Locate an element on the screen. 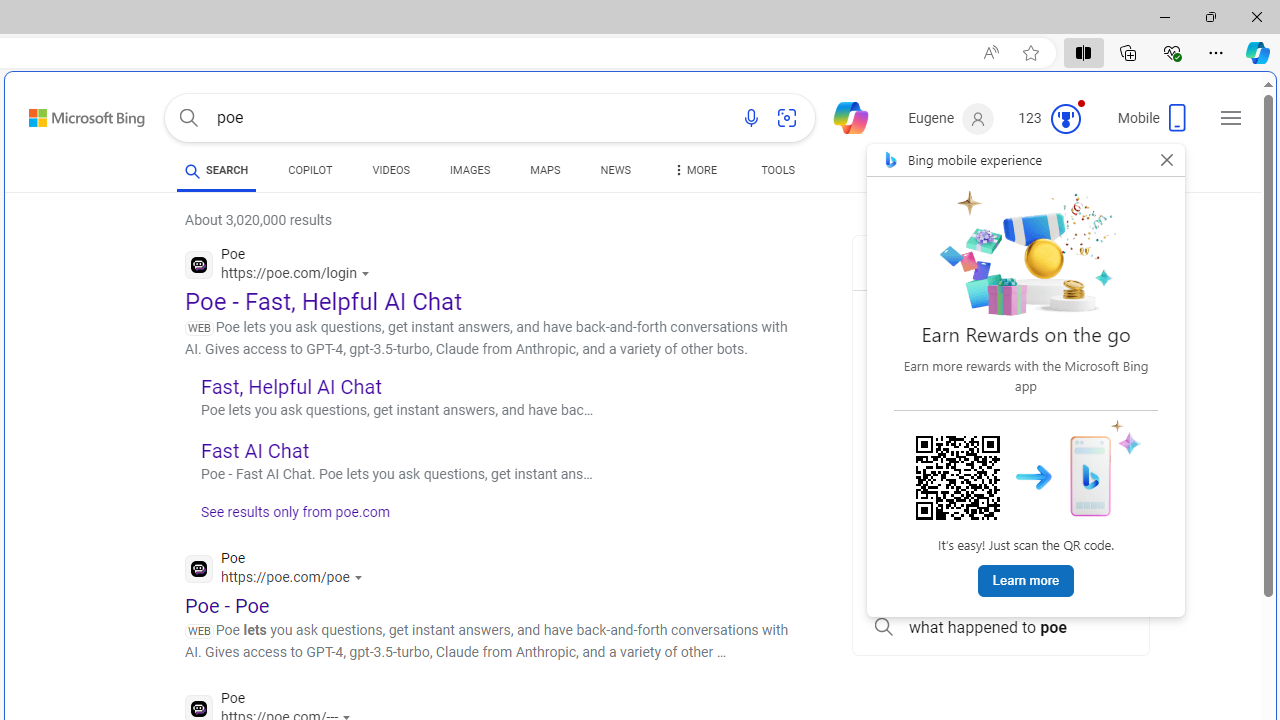 This screenshot has height=720, width=1280. 'SEARCH' is located at coordinates (216, 170).